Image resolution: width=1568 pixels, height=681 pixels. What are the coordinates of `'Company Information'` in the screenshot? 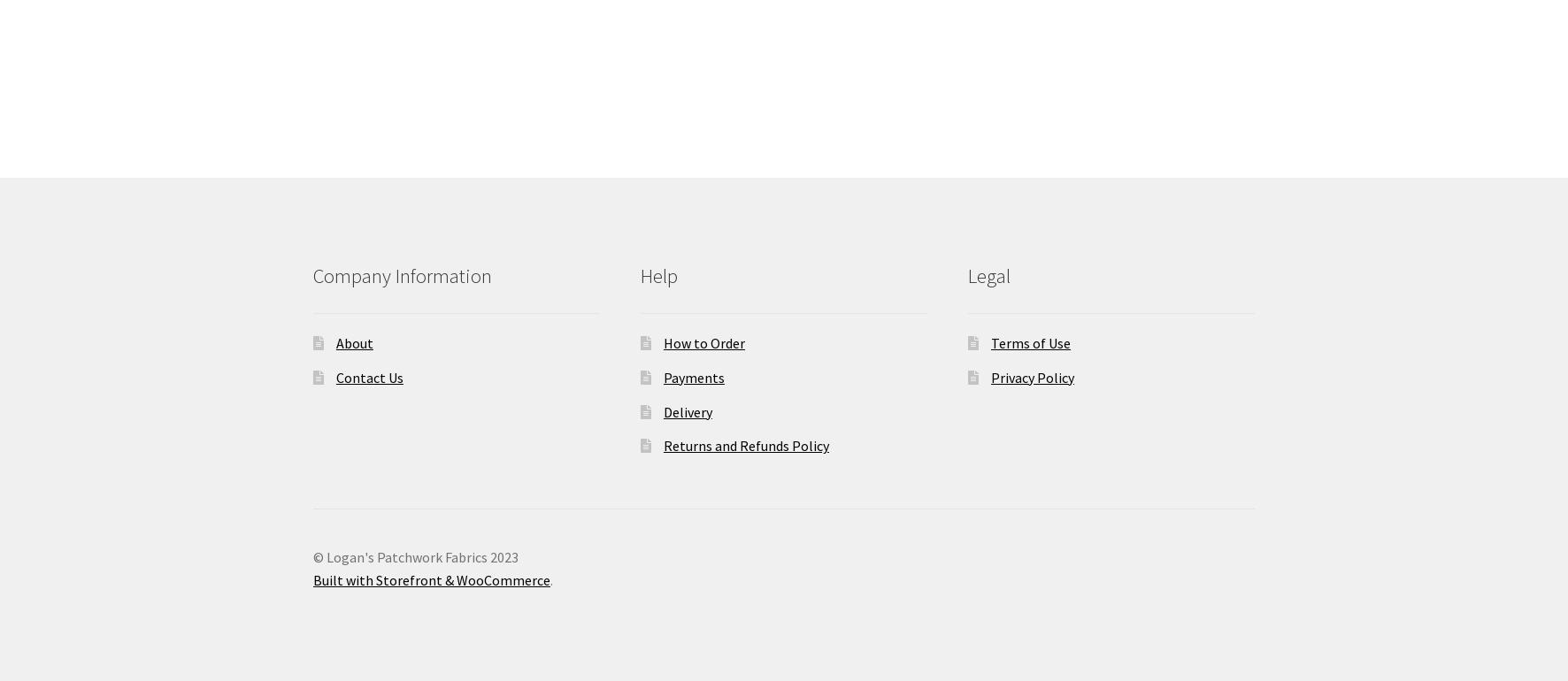 It's located at (313, 275).